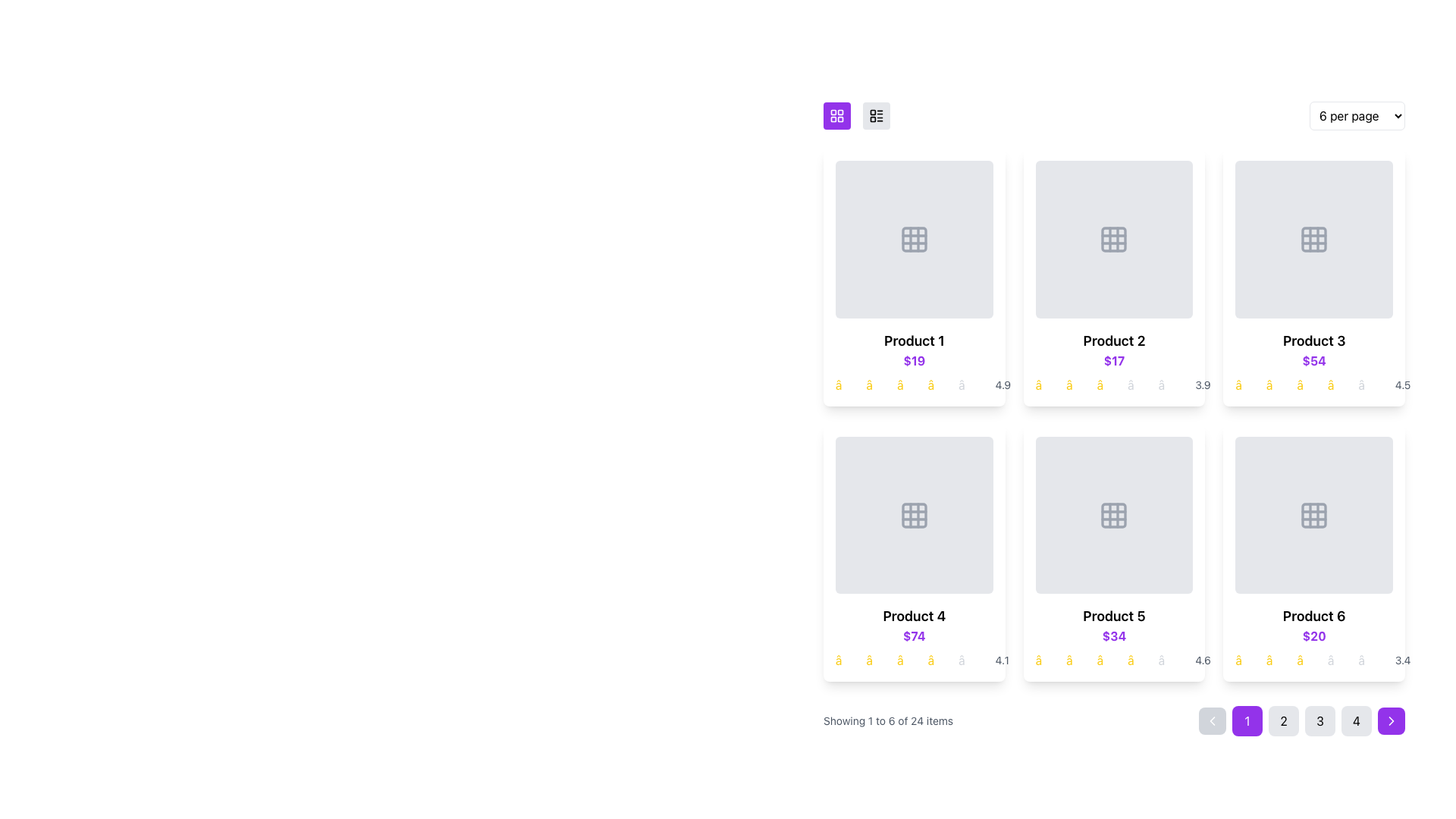 The width and height of the screenshot is (1456, 819). I want to click on the grid-like icon composed of three horizontal and three vertical lines, located in the lower-left corner of the fourth product labeled 'Product 4', so click(913, 514).